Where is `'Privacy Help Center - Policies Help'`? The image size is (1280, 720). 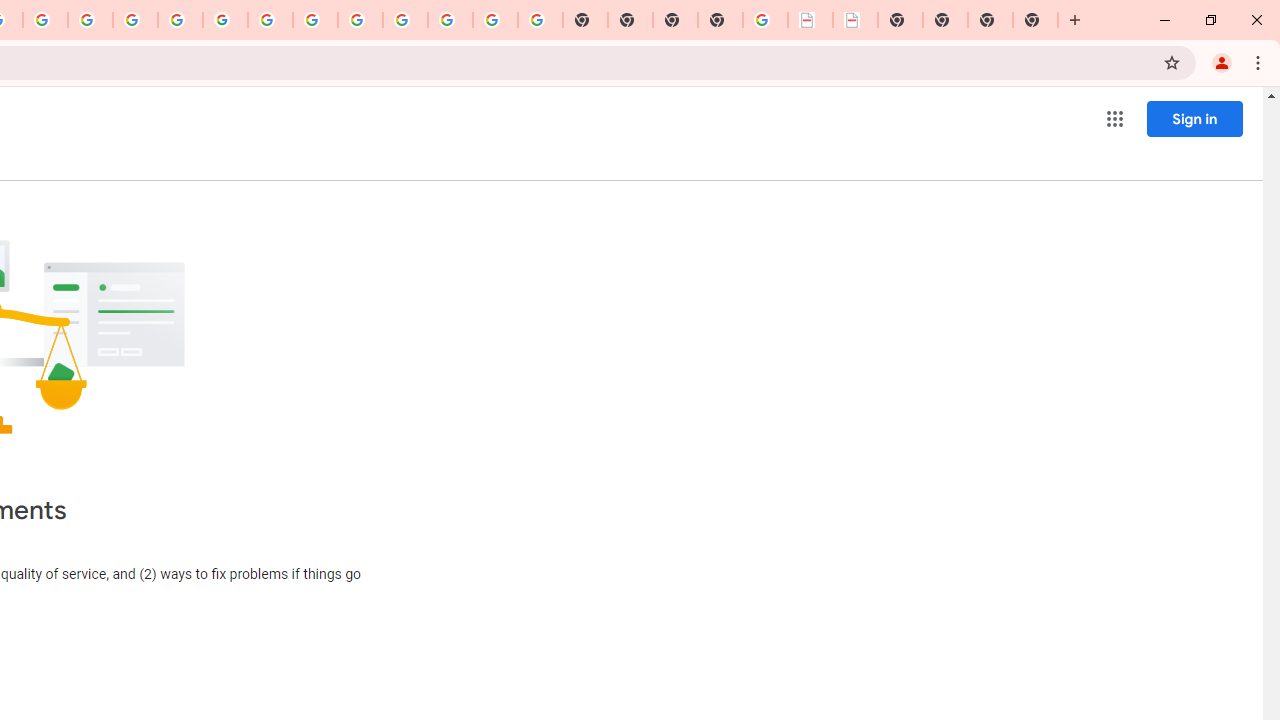
'Privacy Help Center - Policies Help' is located at coordinates (89, 20).